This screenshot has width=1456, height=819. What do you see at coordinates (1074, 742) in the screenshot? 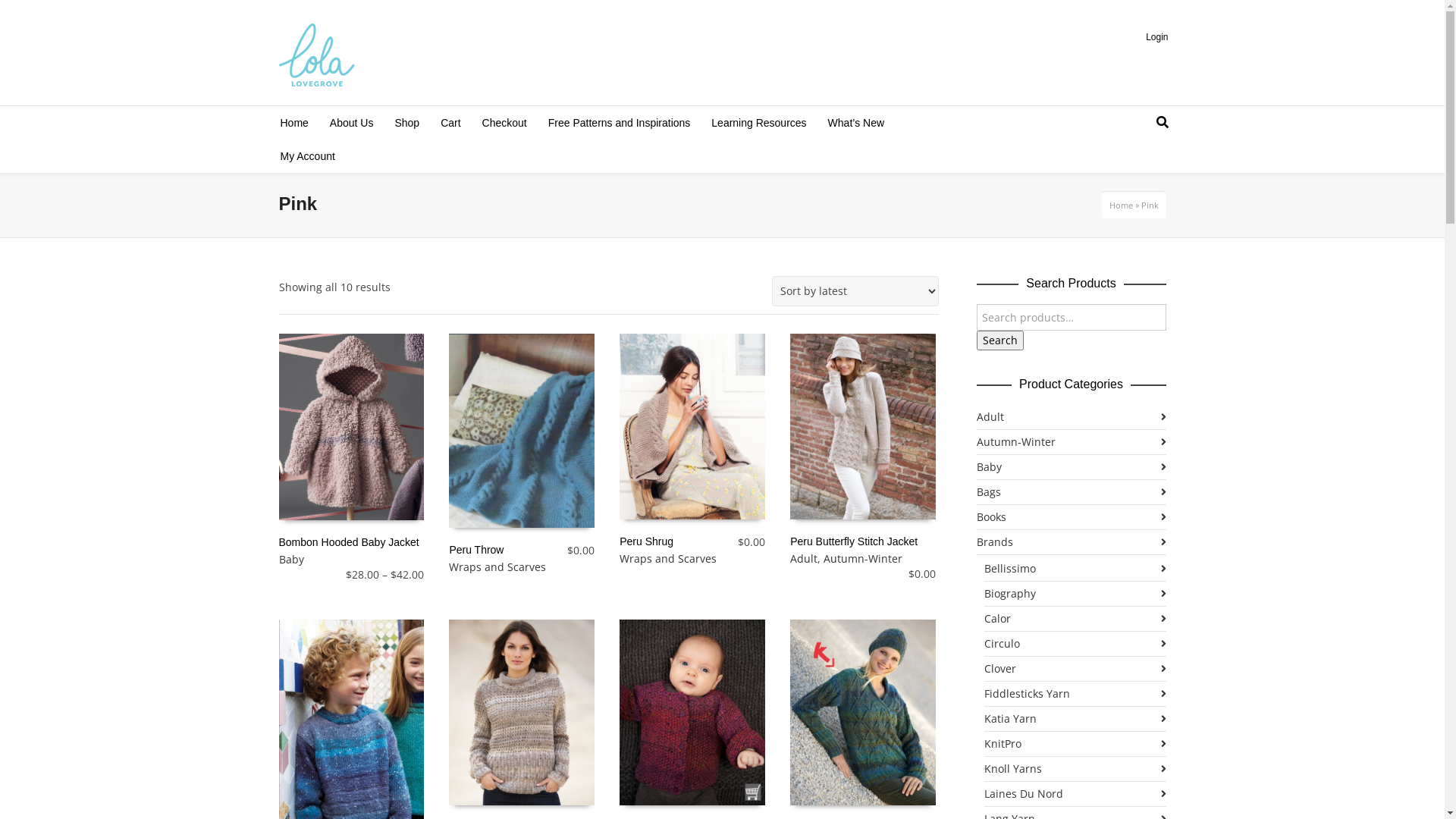
I see `'KnitPro'` at bounding box center [1074, 742].